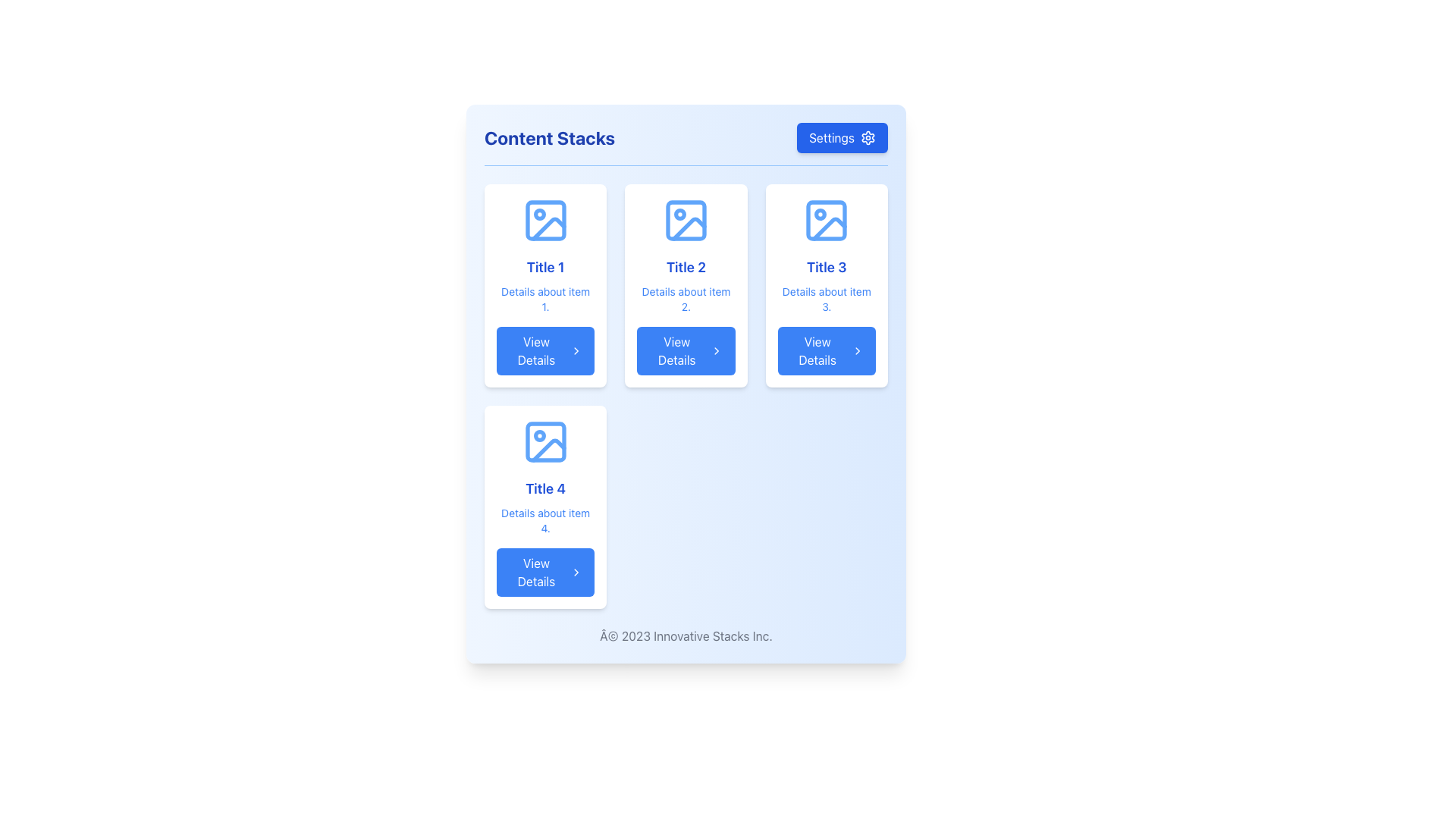 Image resolution: width=1456 pixels, height=819 pixels. Describe the element at coordinates (829, 229) in the screenshot. I see `the triangular-shaped icon within the card titled 'Title 3', located in the third column of the top row` at that location.